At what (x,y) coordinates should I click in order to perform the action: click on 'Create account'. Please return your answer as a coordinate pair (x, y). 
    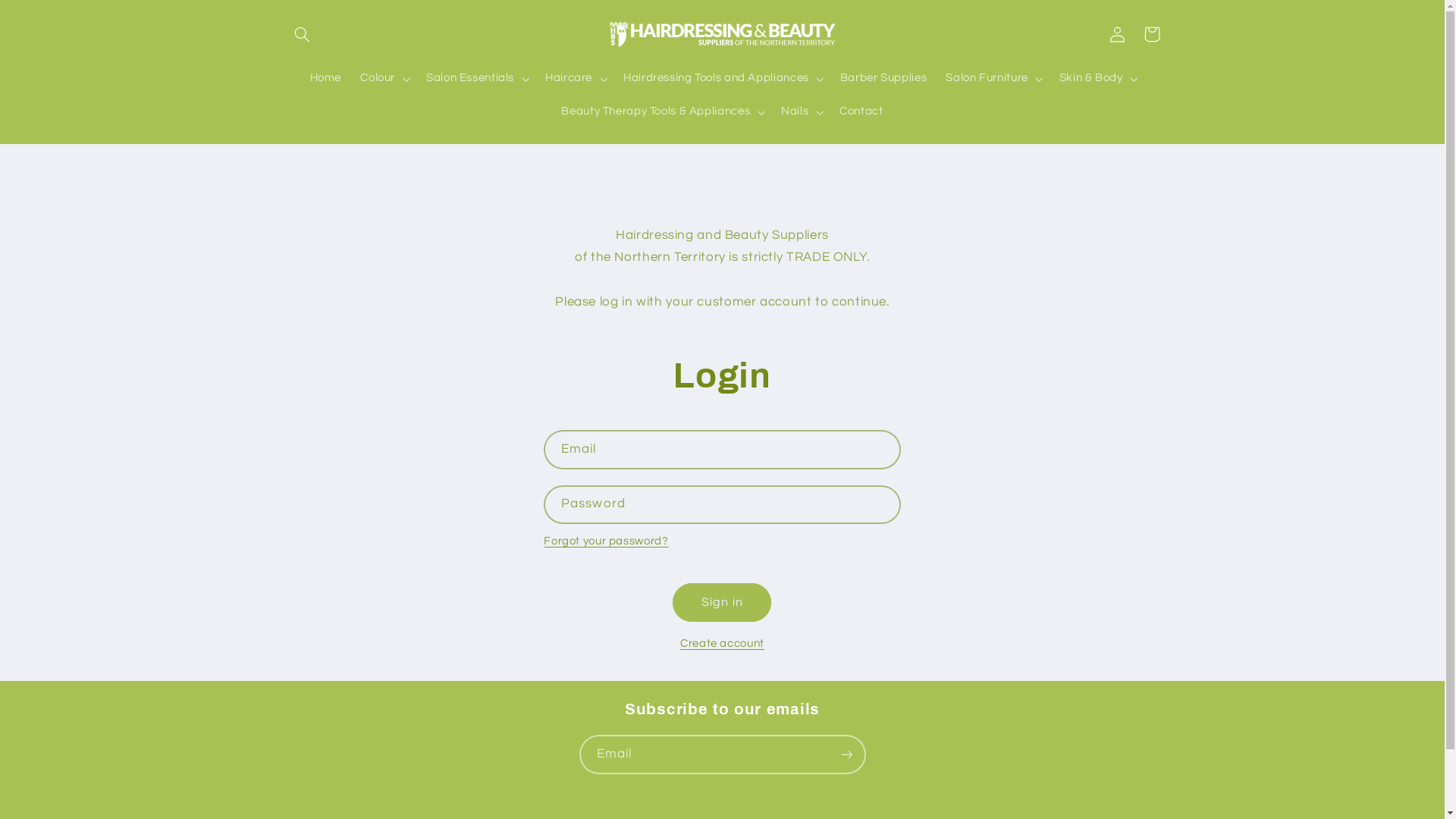
    Looking at the image, I should click on (721, 643).